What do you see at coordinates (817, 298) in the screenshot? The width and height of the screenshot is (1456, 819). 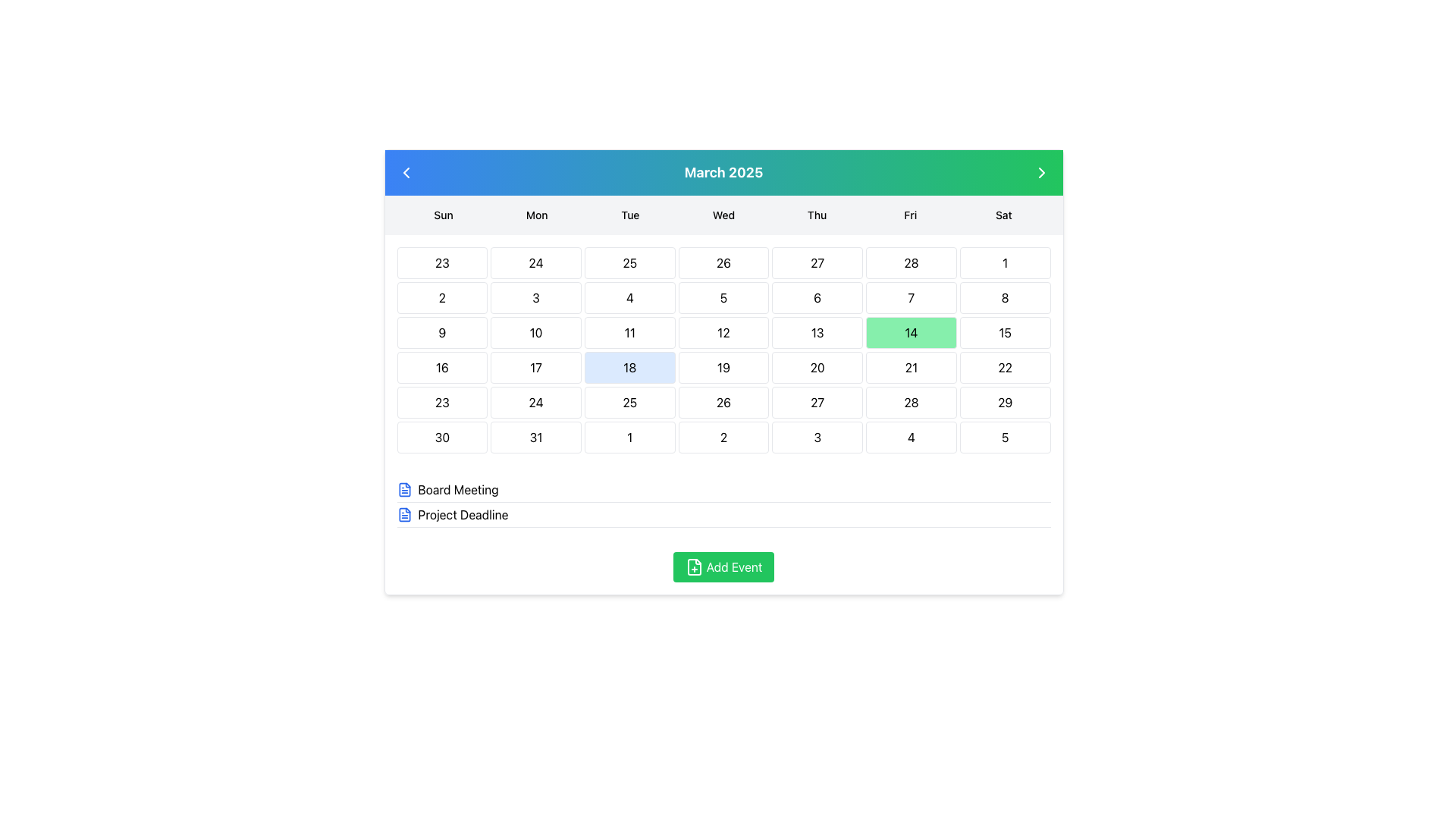 I see `the calendar date cell displaying the number '6' located under the column 'Thu' in the second row` at bounding box center [817, 298].